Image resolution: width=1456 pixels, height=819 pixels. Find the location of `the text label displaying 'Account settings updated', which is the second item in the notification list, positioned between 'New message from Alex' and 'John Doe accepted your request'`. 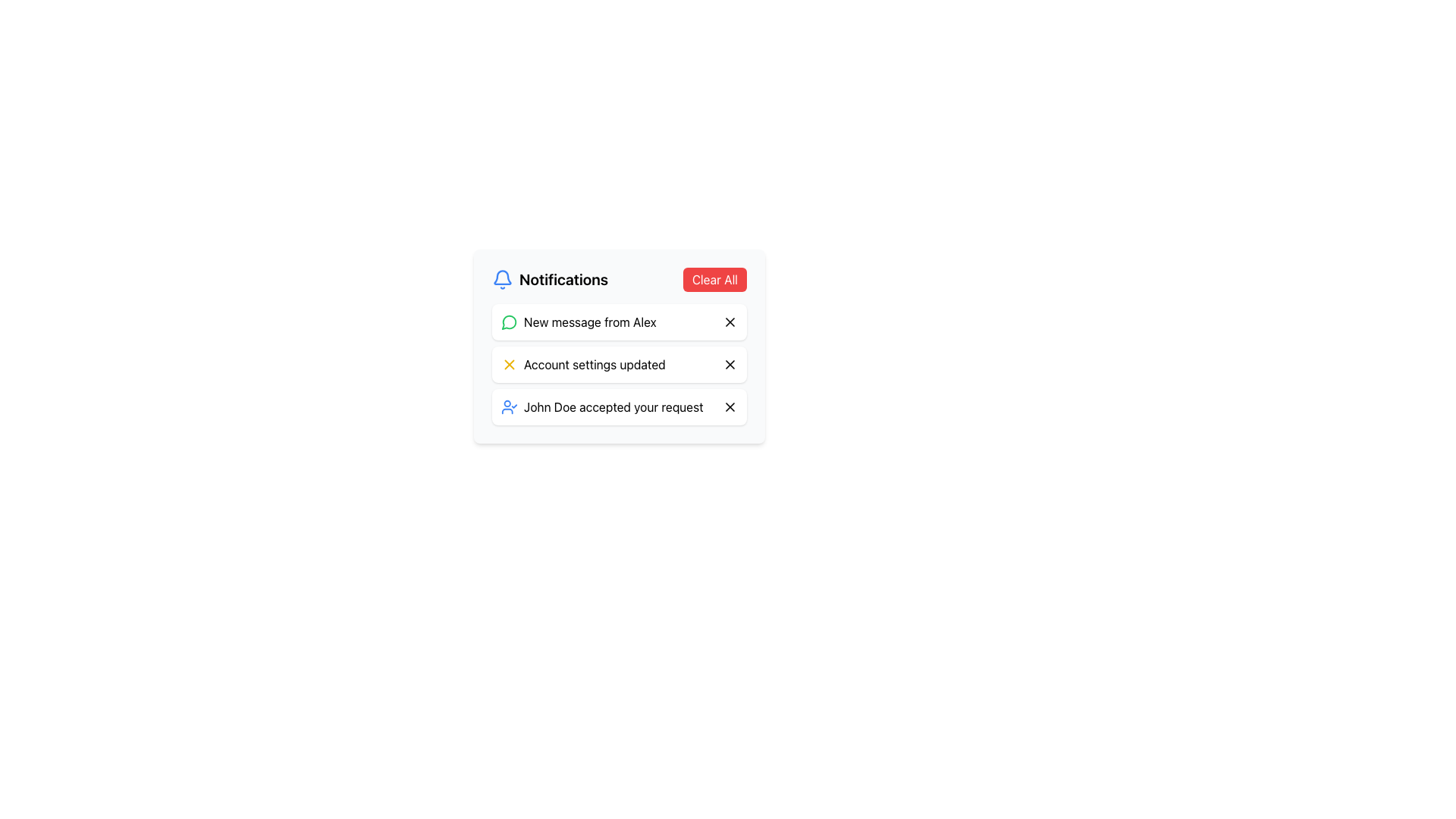

the text label displaying 'Account settings updated', which is the second item in the notification list, positioned between 'New message from Alex' and 'John Doe accepted your request' is located at coordinates (594, 365).